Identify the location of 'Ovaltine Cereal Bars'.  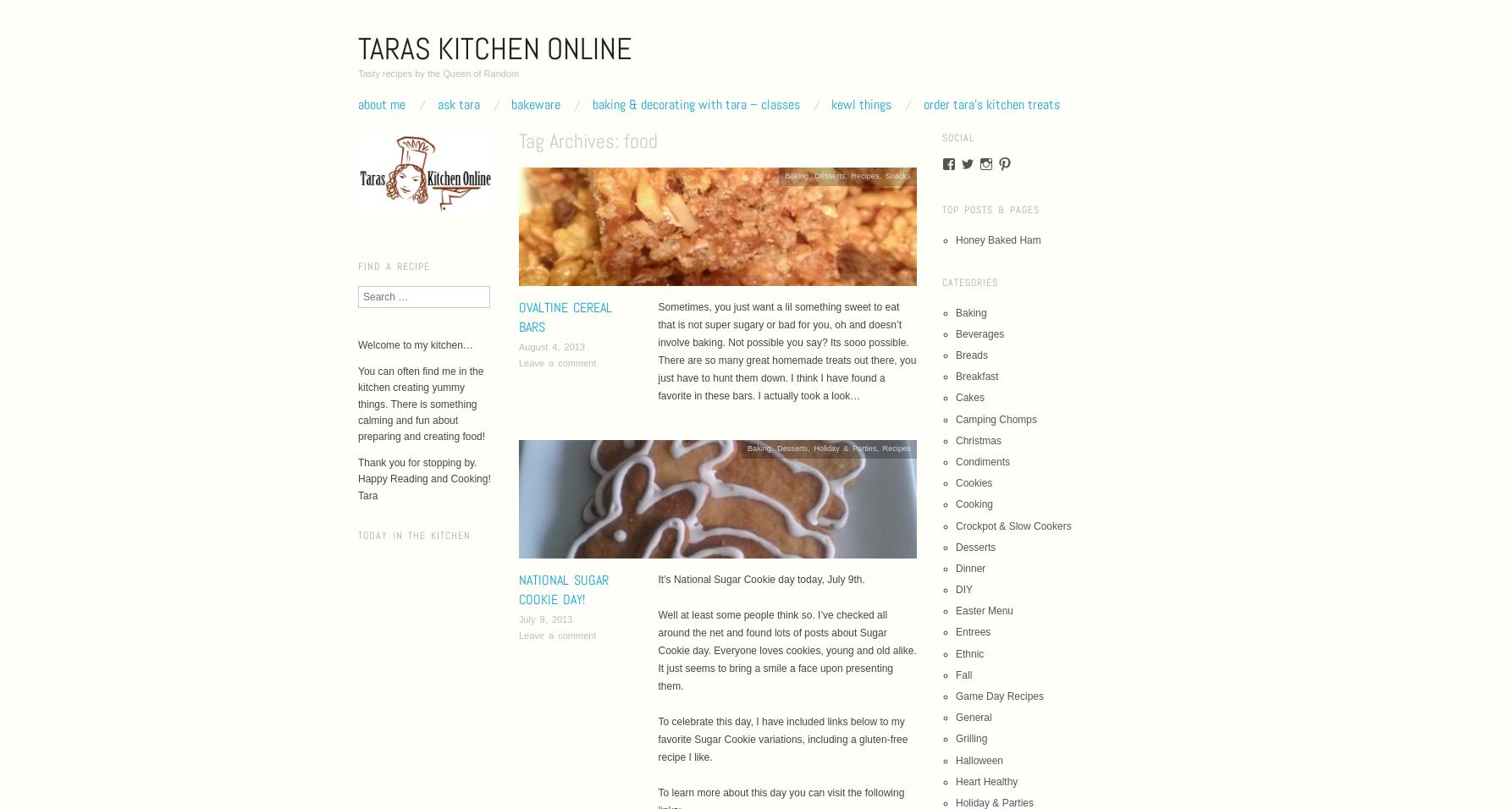
(565, 316).